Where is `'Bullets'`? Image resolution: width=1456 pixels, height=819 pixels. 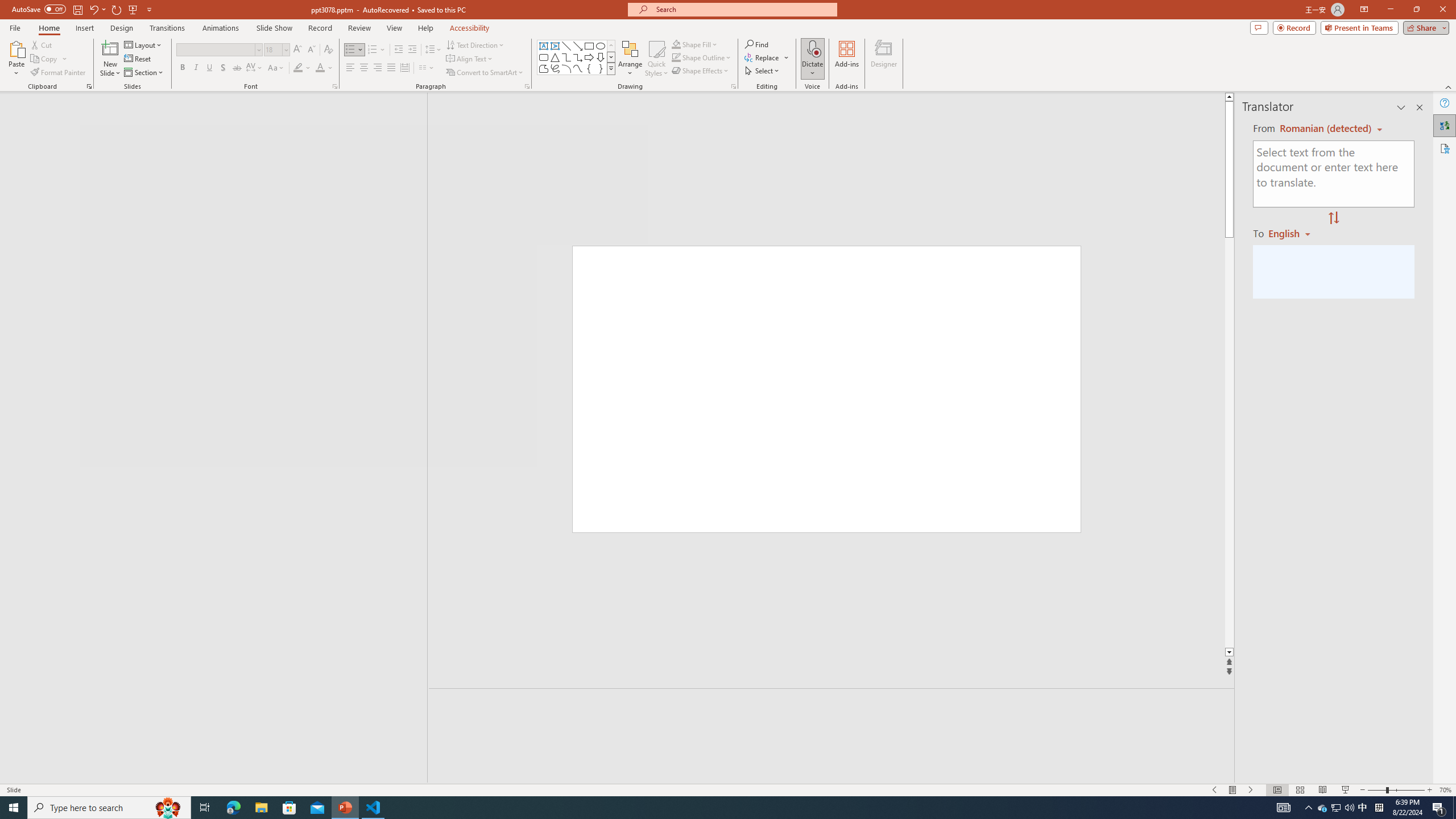 'Bullets' is located at coordinates (350, 49).